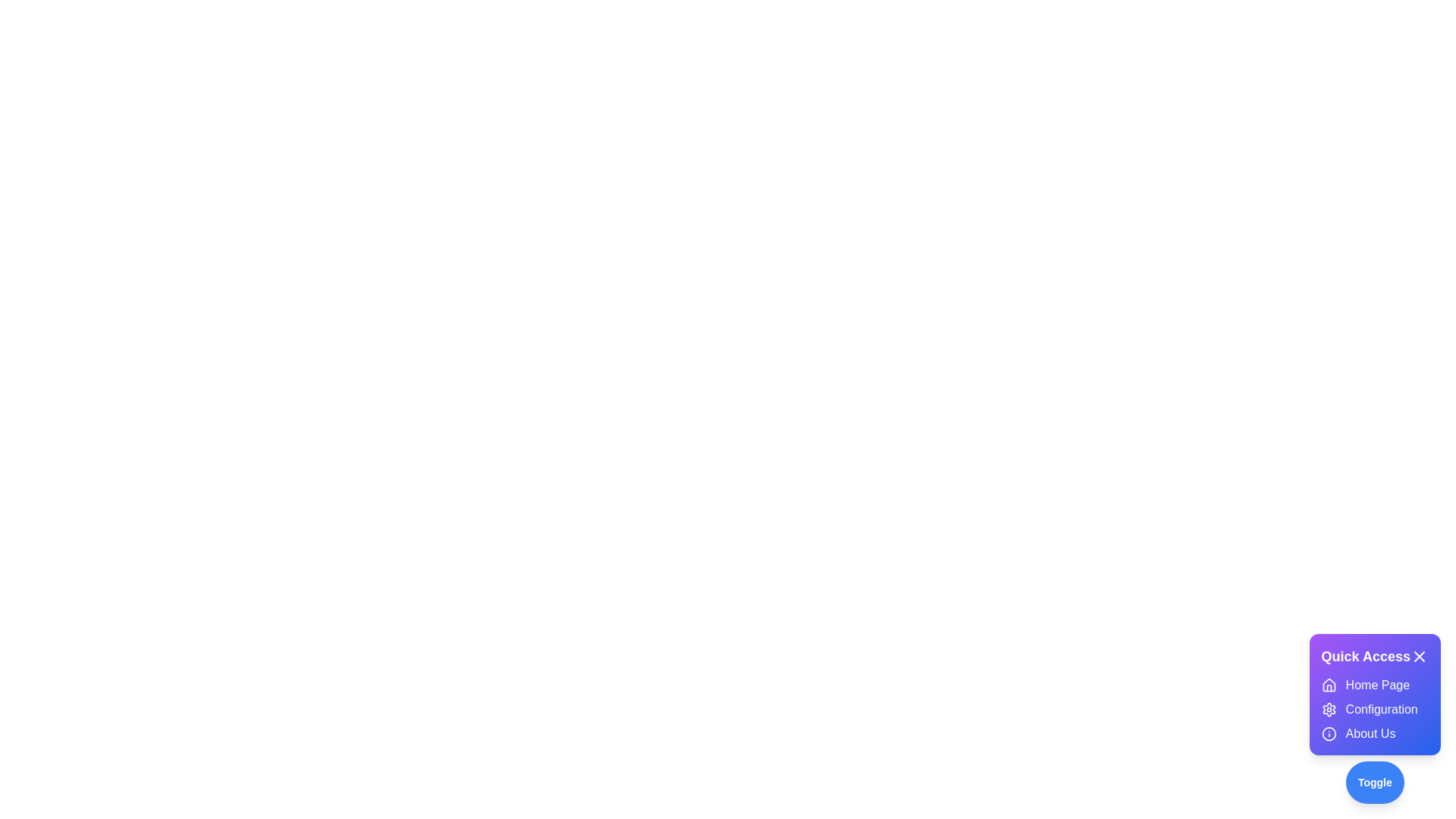 This screenshot has width=1456, height=819. What do you see at coordinates (1419, 656) in the screenshot?
I see `the close button, which is an 'X' icon styled in white on a purple background, located at the top-right corner of the 'Quick Access' panel` at bounding box center [1419, 656].